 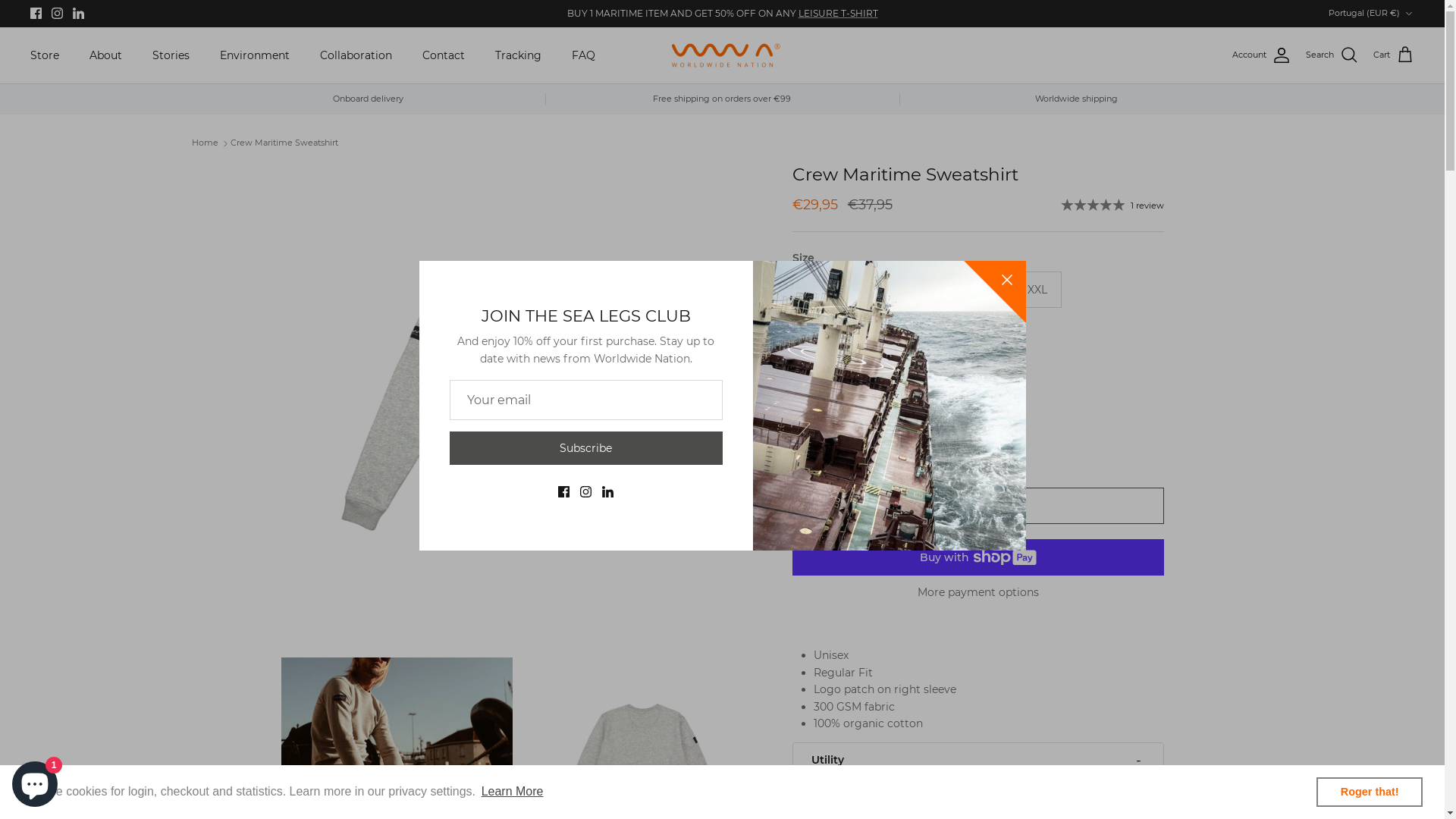 I want to click on 'Store', so click(x=44, y=55).